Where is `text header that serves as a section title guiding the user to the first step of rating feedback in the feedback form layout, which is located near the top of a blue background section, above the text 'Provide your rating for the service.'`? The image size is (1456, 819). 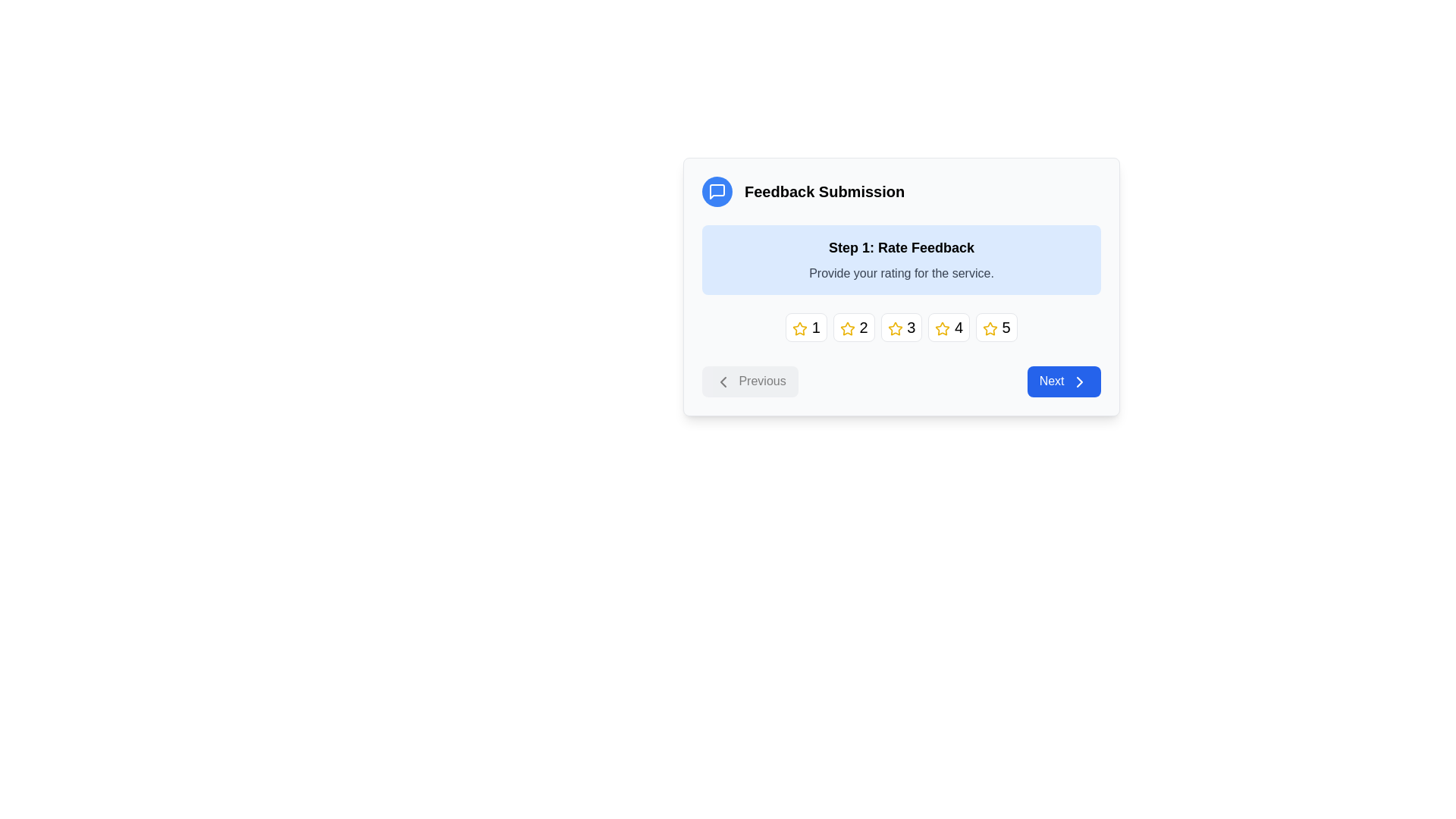 text header that serves as a section title guiding the user to the first step of rating feedback in the feedback form layout, which is located near the top of a blue background section, above the text 'Provide your rating for the service.' is located at coordinates (902, 247).